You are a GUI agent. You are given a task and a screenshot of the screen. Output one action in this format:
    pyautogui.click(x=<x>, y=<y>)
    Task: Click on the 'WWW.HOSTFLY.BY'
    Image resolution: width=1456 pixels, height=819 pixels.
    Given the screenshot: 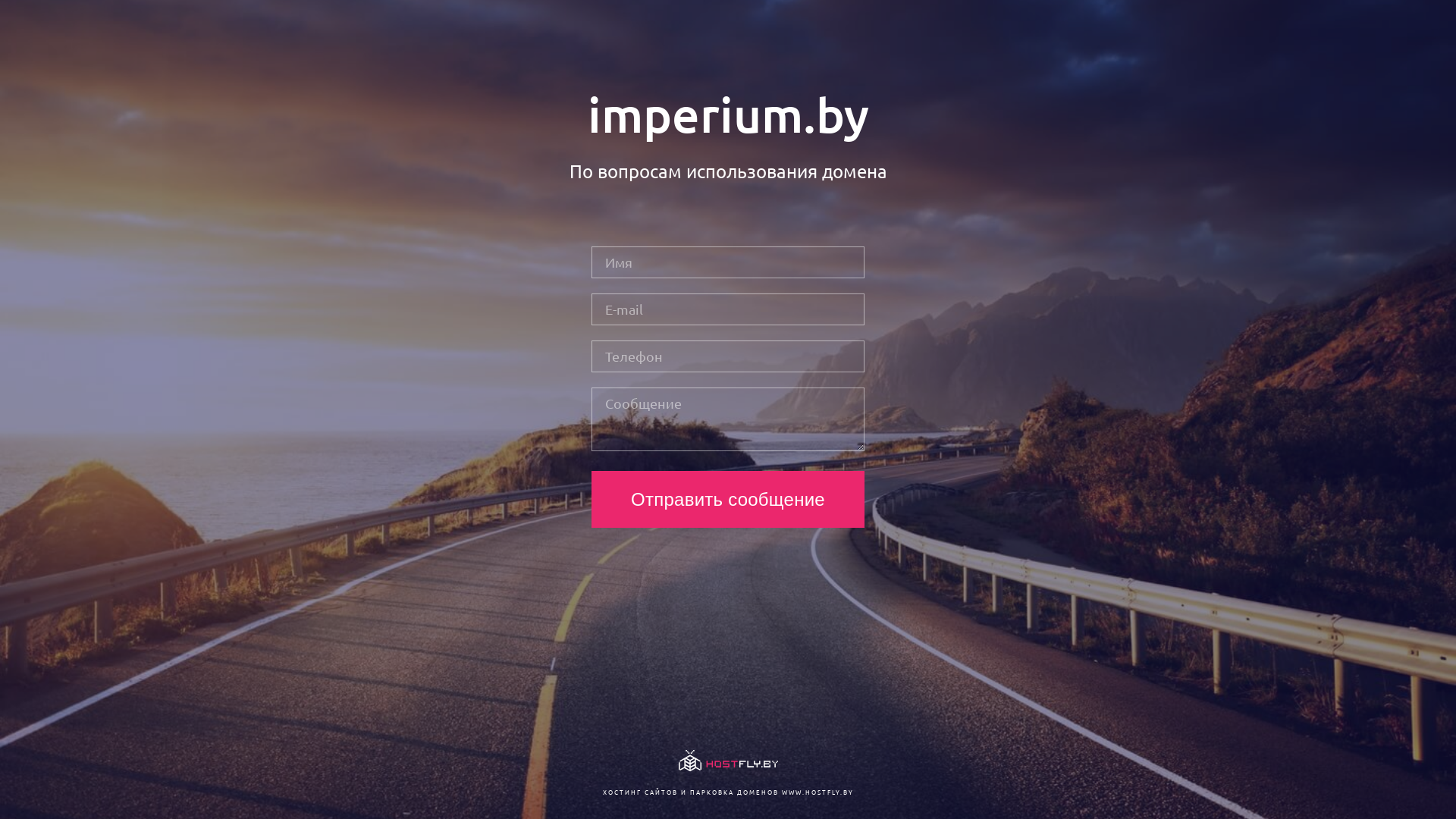 What is the action you would take?
    pyautogui.click(x=816, y=791)
    